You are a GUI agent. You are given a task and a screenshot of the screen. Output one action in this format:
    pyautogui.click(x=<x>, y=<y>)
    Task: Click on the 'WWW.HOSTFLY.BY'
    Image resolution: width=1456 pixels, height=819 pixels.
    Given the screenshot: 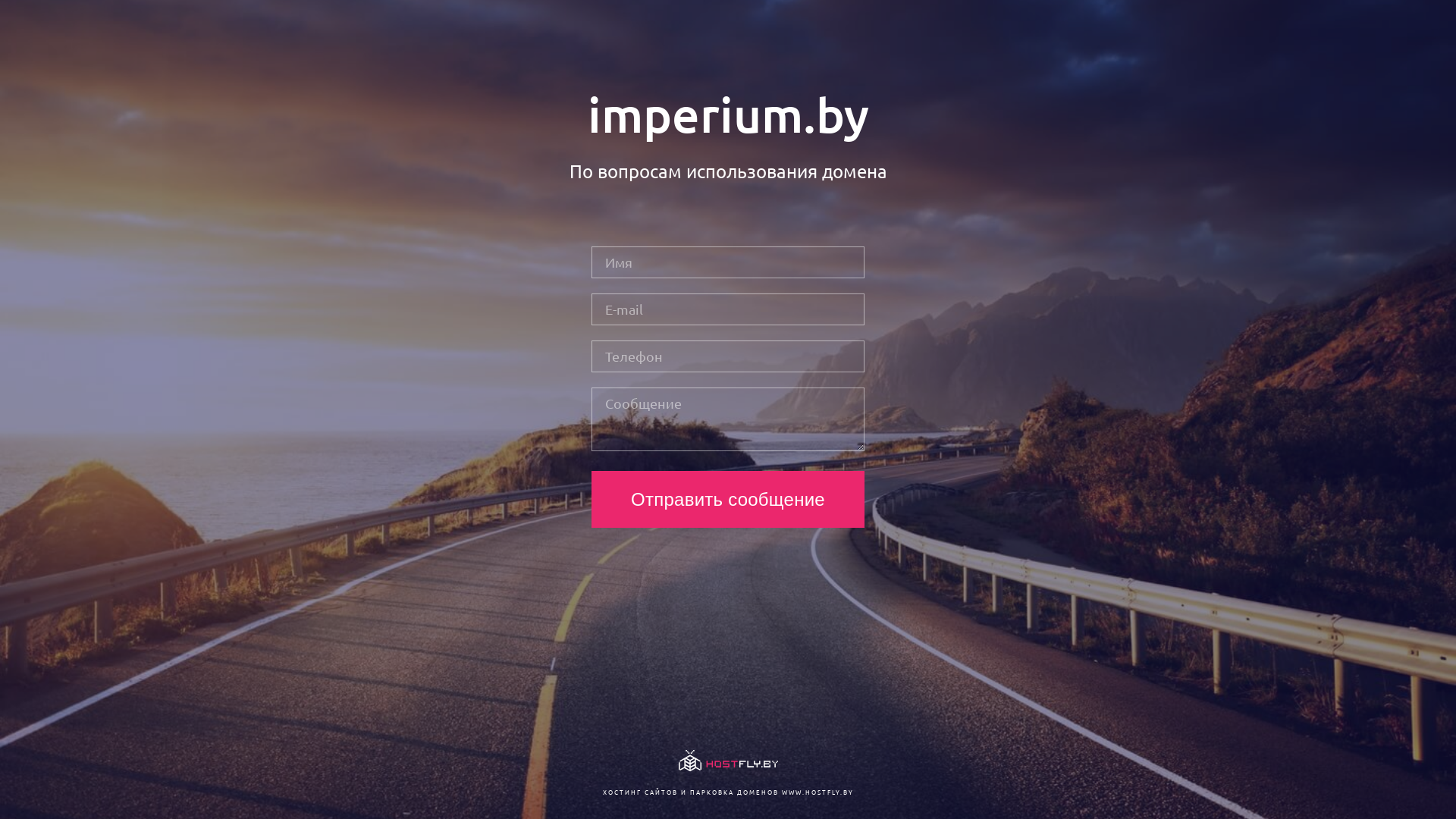 What is the action you would take?
    pyautogui.click(x=816, y=791)
    